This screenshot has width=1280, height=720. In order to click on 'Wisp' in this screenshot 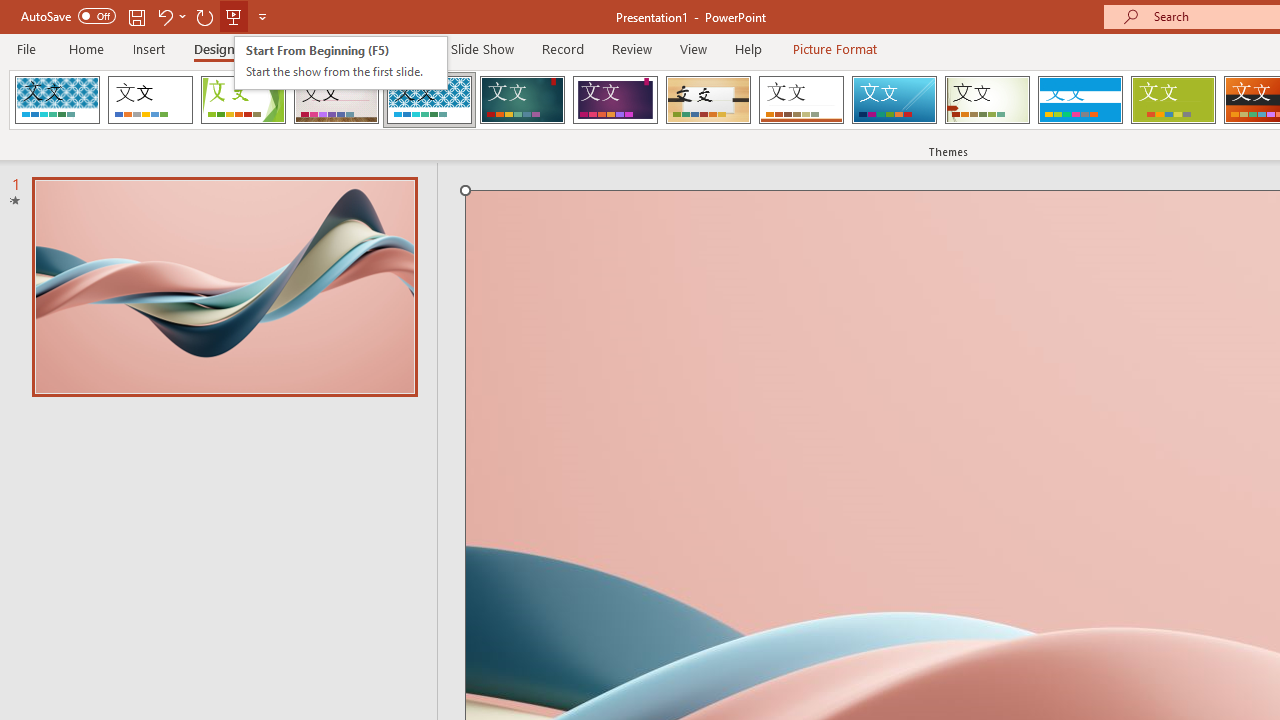, I will do `click(987, 100)`.